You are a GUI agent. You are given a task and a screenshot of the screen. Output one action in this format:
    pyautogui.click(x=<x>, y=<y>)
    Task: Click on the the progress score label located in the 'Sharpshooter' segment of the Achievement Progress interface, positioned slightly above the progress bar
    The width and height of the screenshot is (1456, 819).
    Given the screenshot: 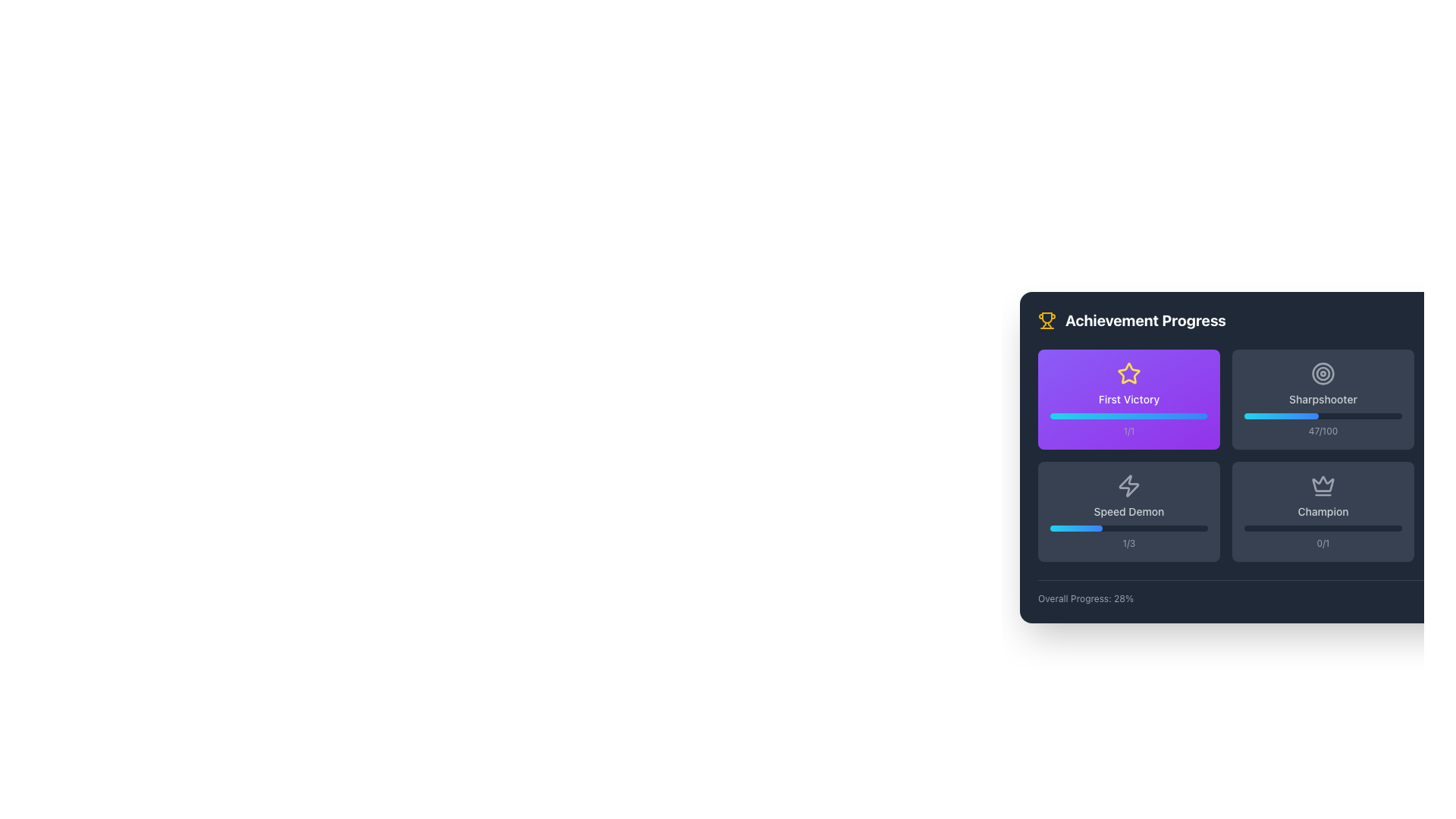 What is the action you would take?
    pyautogui.click(x=1322, y=431)
    